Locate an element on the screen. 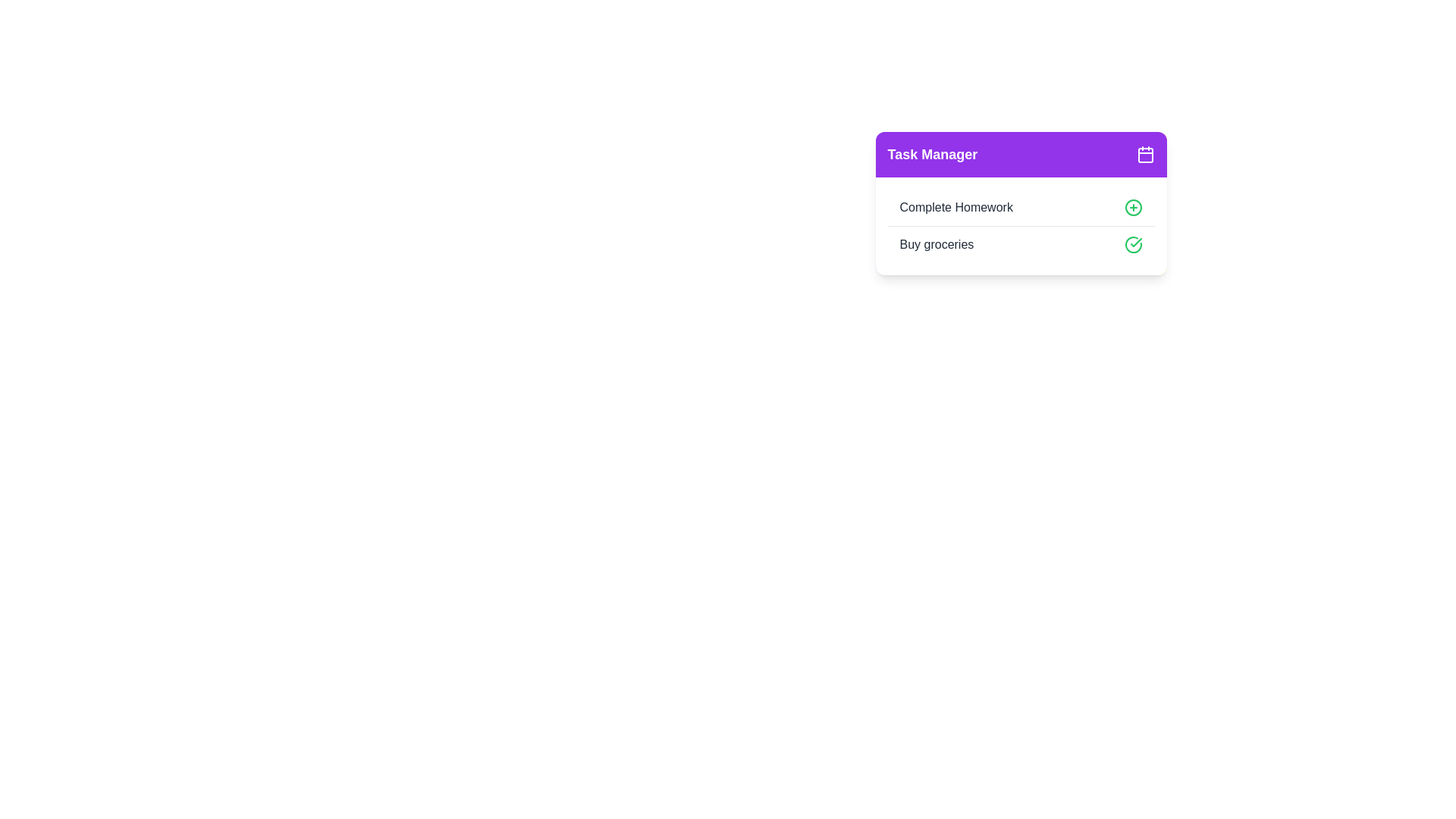  the Icon Button associated with the 'Complete Homework' task in the Task Manager is located at coordinates (1133, 207).